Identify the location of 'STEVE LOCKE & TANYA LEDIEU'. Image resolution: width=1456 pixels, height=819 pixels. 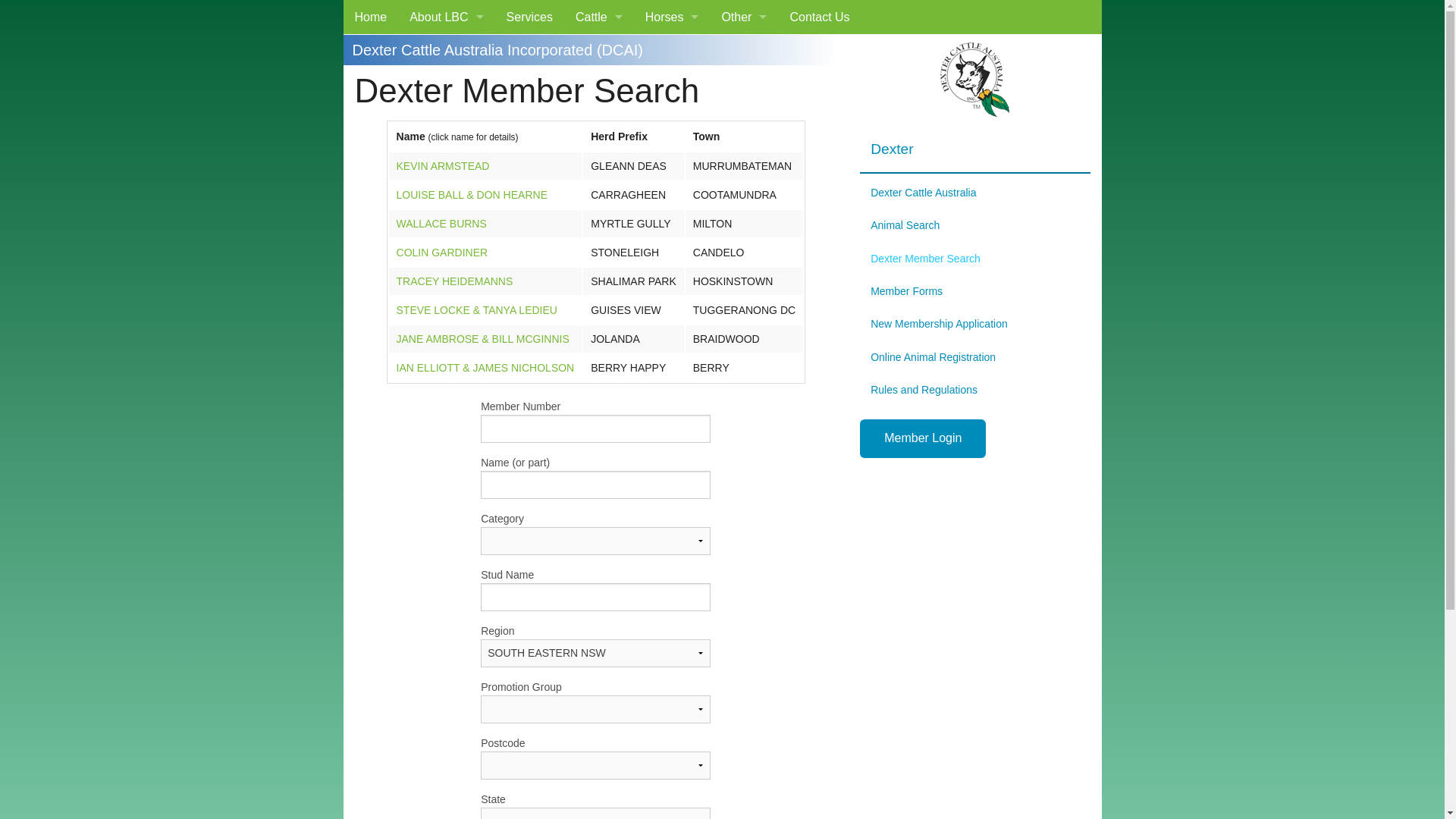
(475, 309).